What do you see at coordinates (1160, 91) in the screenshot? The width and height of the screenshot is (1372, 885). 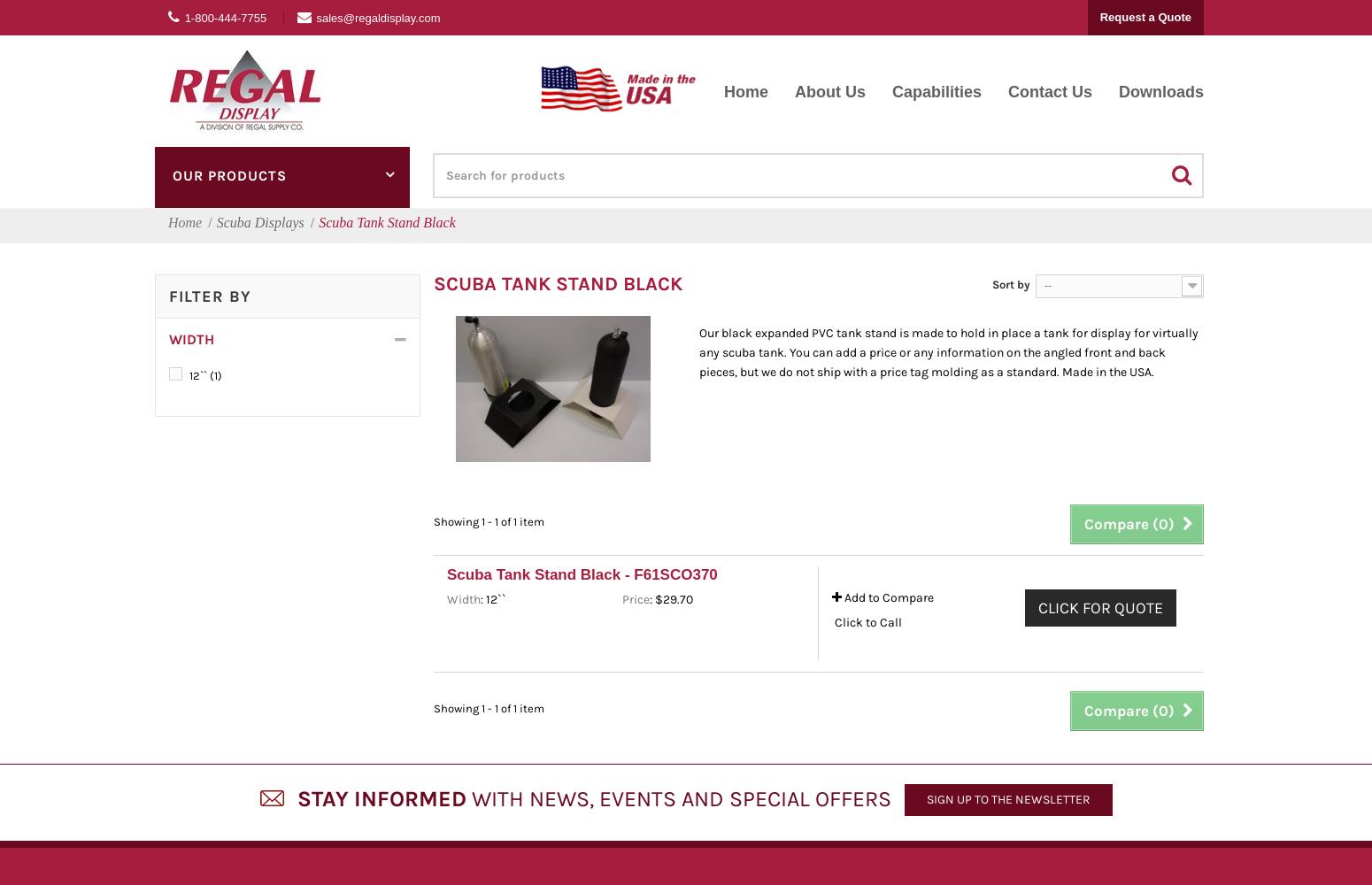 I see `'Downloads'` at bounding box center [1160, 91].